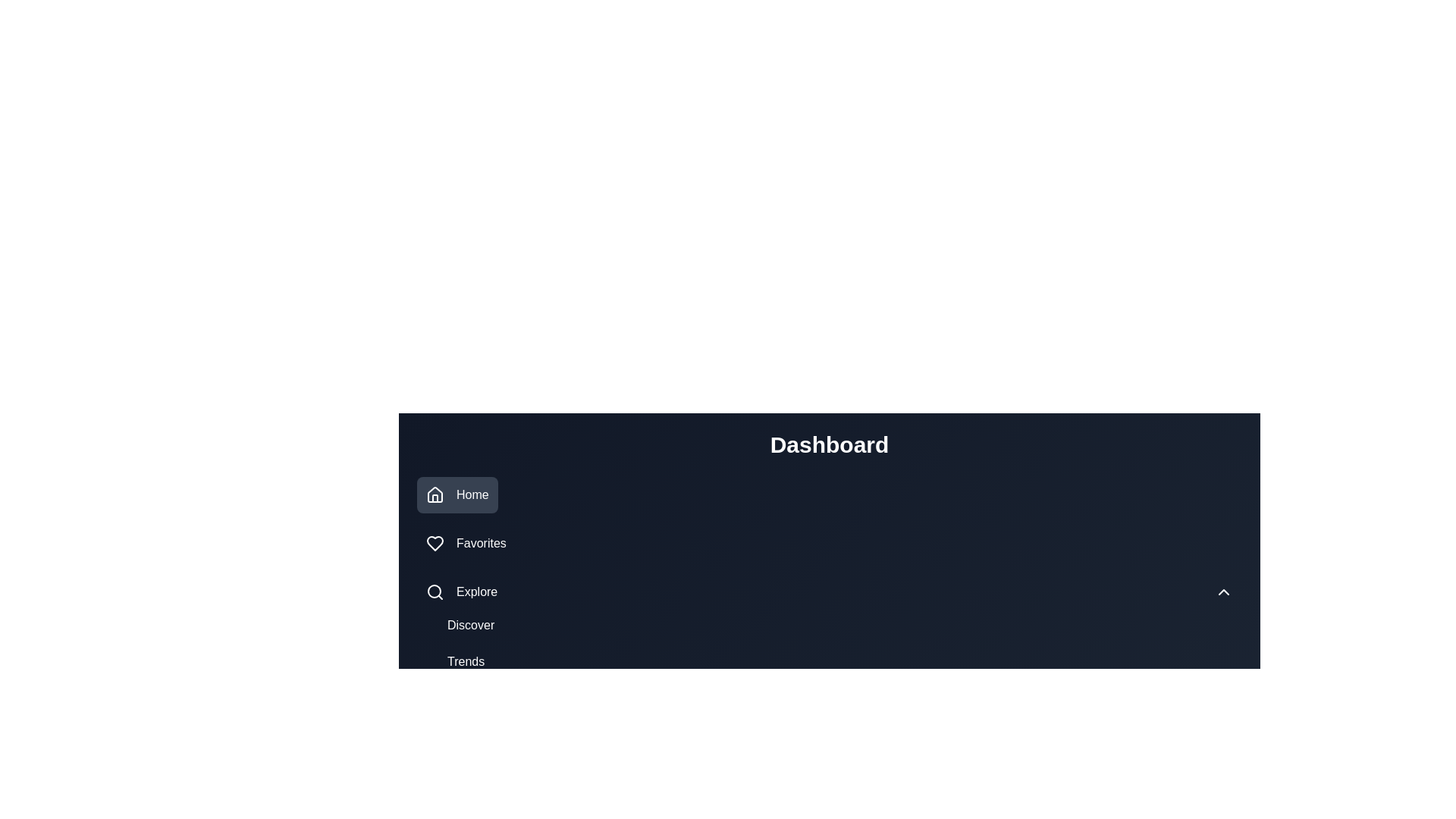  Describe the element at coordinates (465, 661) in the screenshot. I see `the 'Trends' text label in the vertical menu below the 'Discover' label` at that location.